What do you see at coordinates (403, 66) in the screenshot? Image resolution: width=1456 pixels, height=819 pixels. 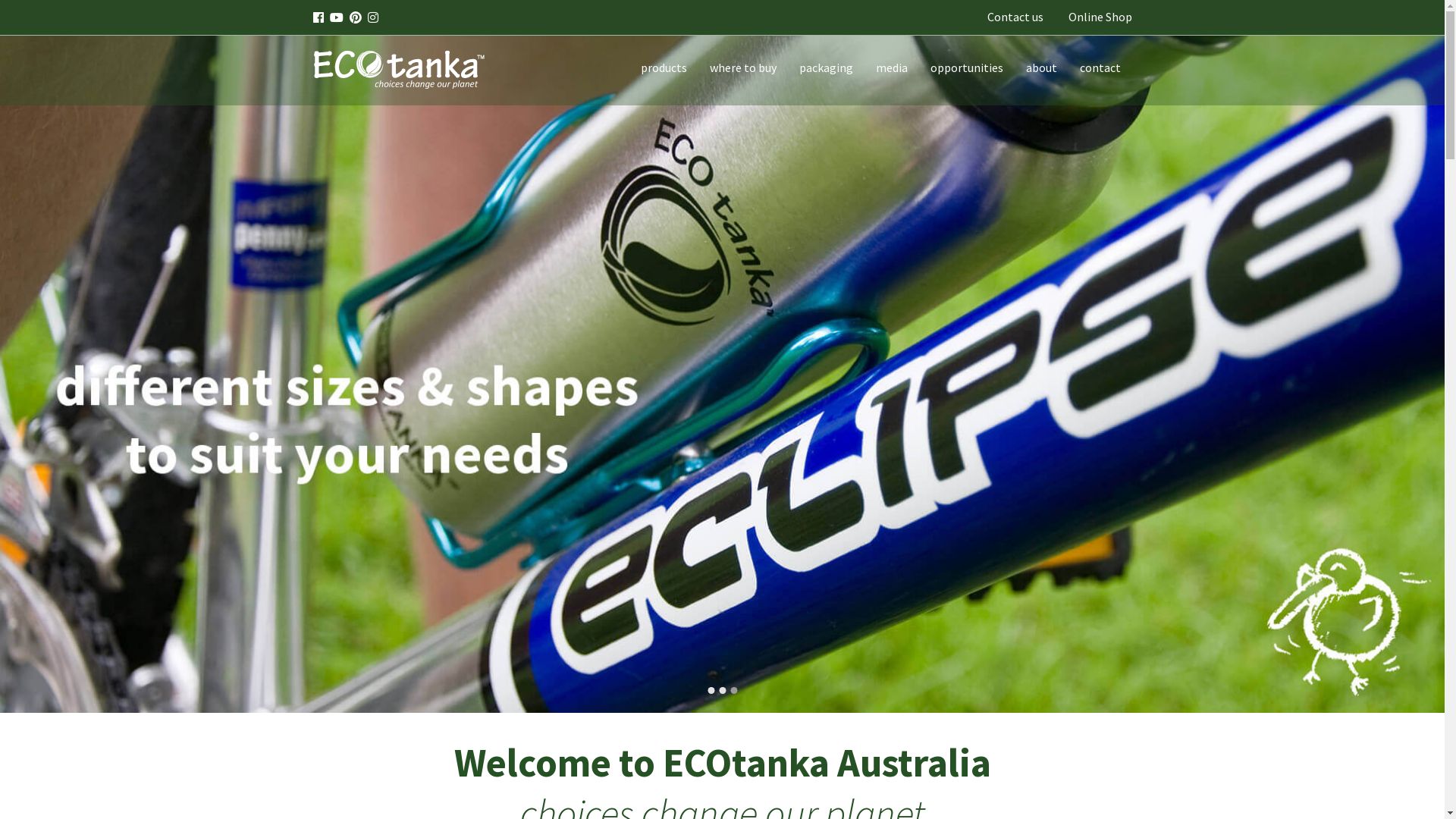 I see `'Home'` at bounding box center [403, 66].